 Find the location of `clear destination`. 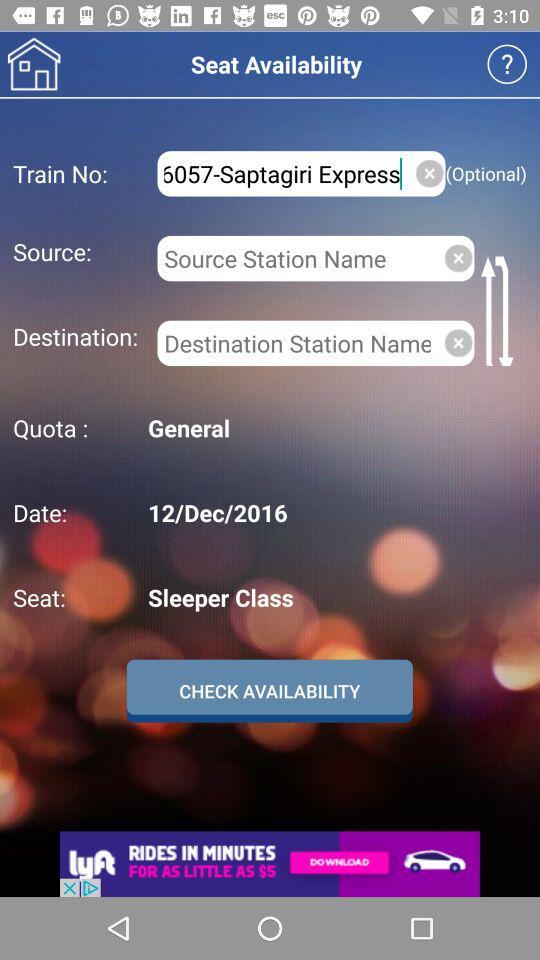

clear destination is located at coordinates (458, 343).